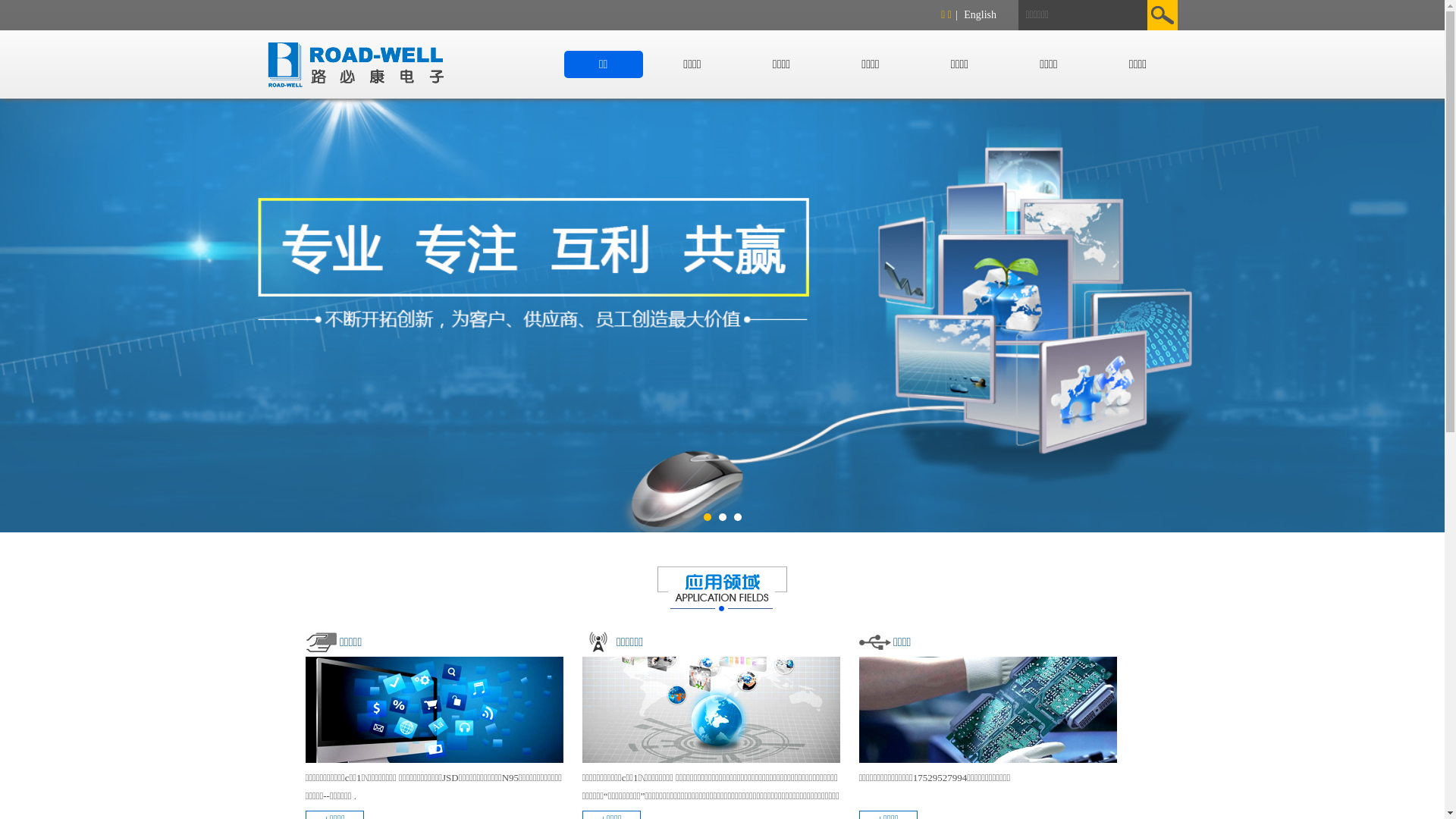 The width and height of the screenshot is (1456, 819). Describe the element at coordinates (980, 14) in the screenshot. I see `'English'` at that location.